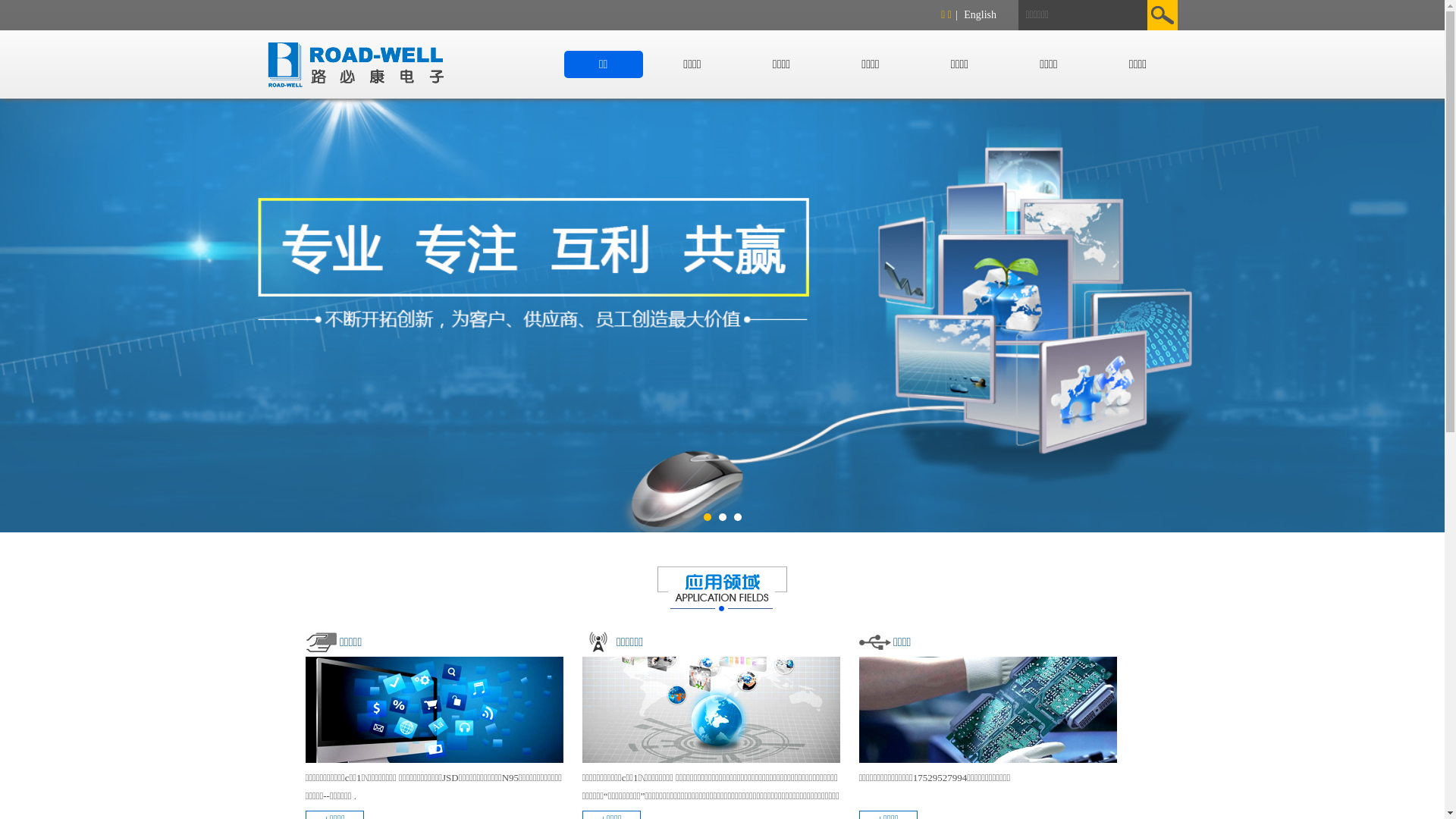 The width and height of the screenshot is (1456, 819). Describe the element at coordinates (980, 14) in the screenshot. I see `'English'` at that location.